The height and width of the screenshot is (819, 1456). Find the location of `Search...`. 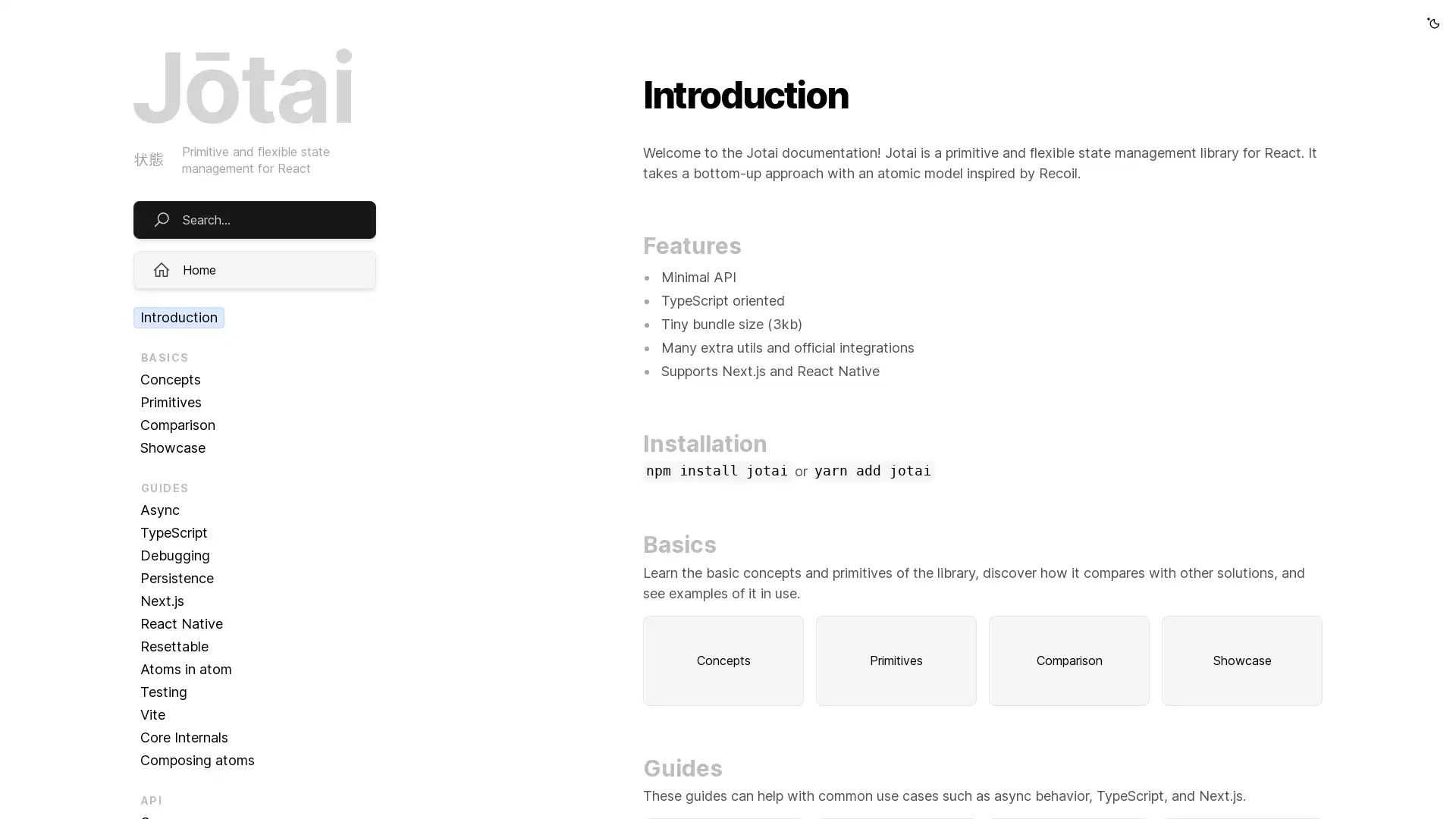

Search... is located at coordinates (728, 61).